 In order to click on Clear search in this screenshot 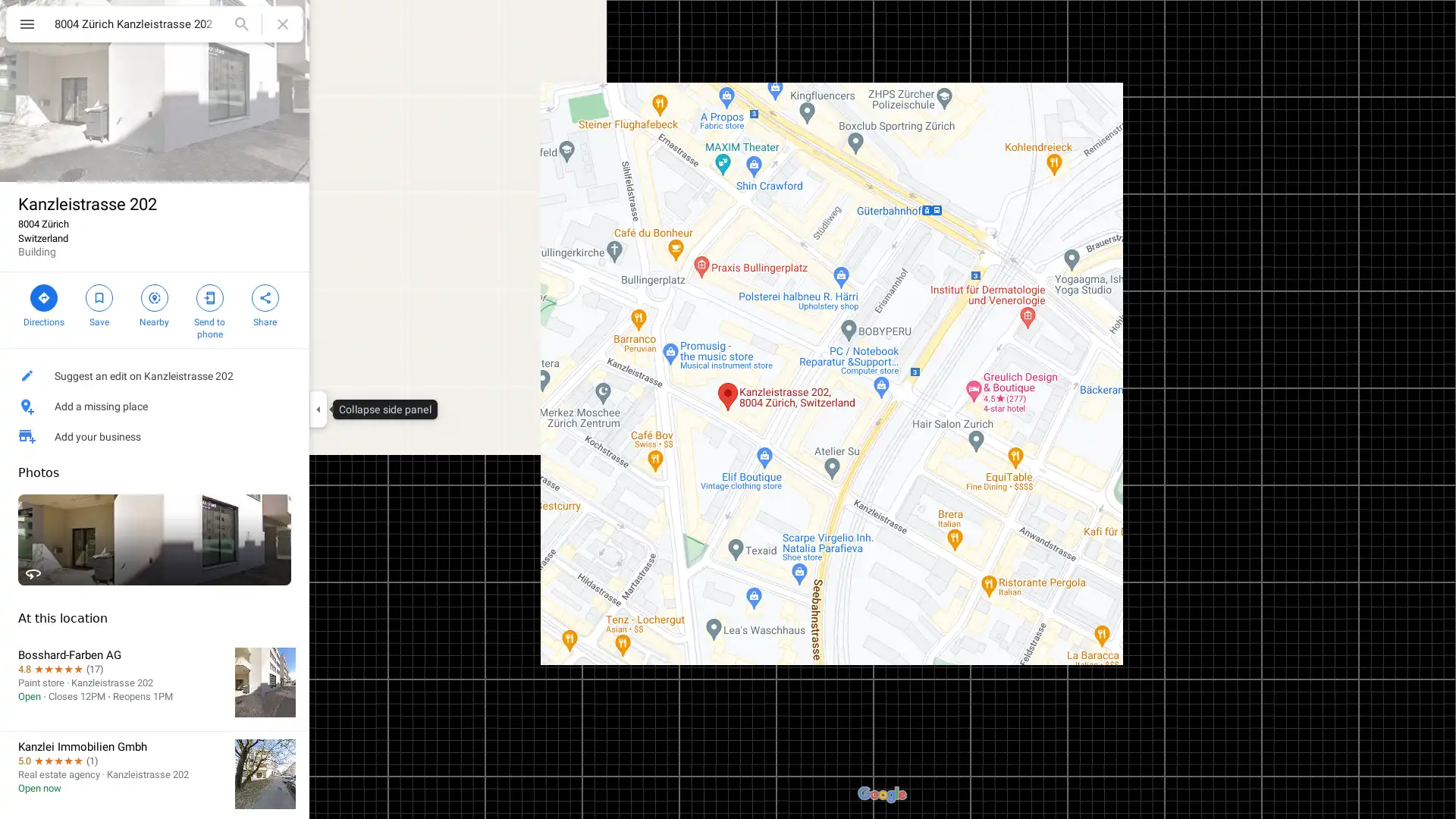, I will do `click(283, 24)`.